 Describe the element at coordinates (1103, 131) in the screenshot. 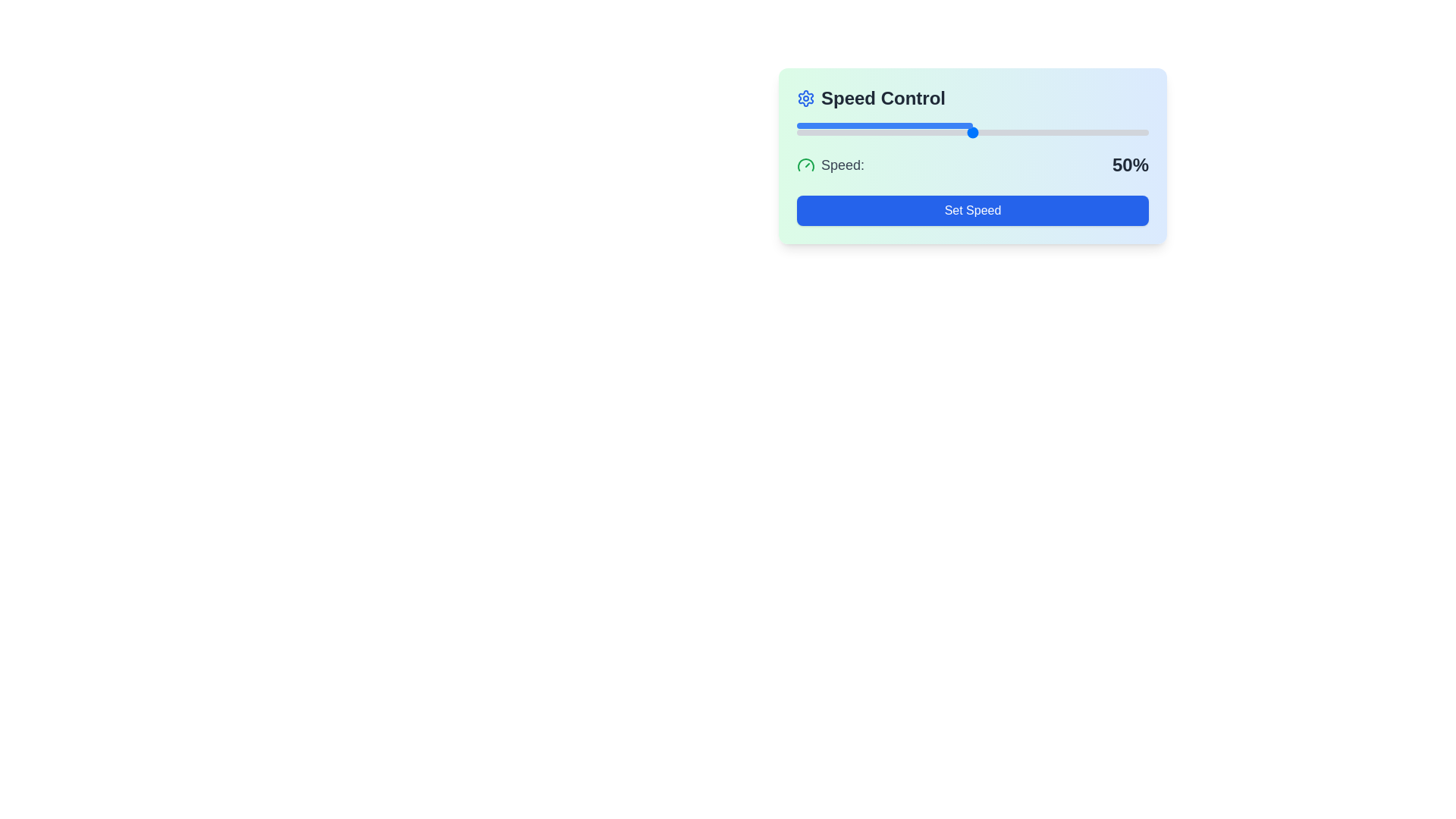

I see `the slider` at that location.